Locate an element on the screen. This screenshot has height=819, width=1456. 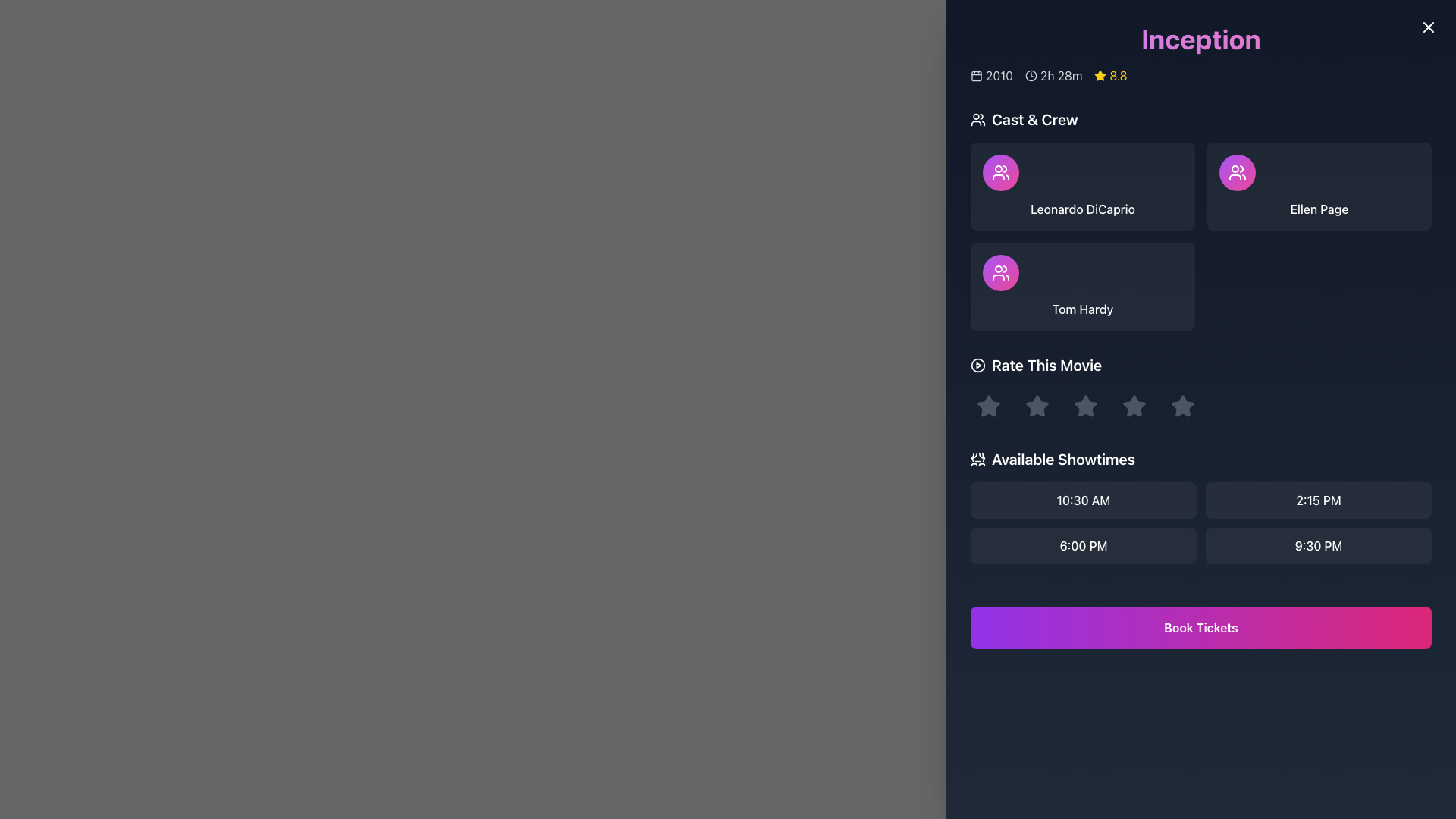
the button for booking tickets is located at coordinates (1200, 628).